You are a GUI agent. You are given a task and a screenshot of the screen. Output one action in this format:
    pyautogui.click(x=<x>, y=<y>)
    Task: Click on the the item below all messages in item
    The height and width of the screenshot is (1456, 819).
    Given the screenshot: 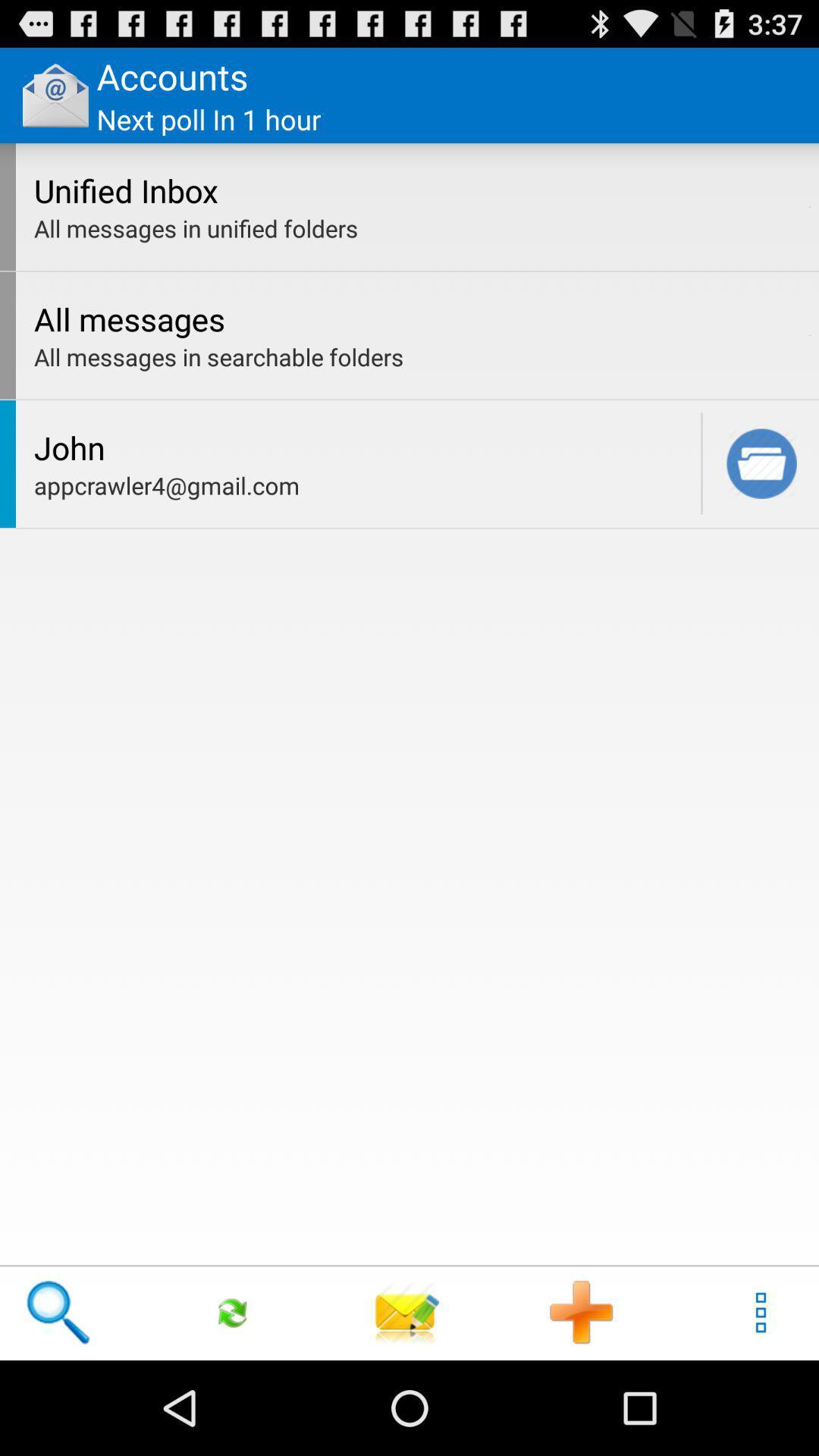 What is the action you would take?
    pyautogui.click(x=809, y=334)
    